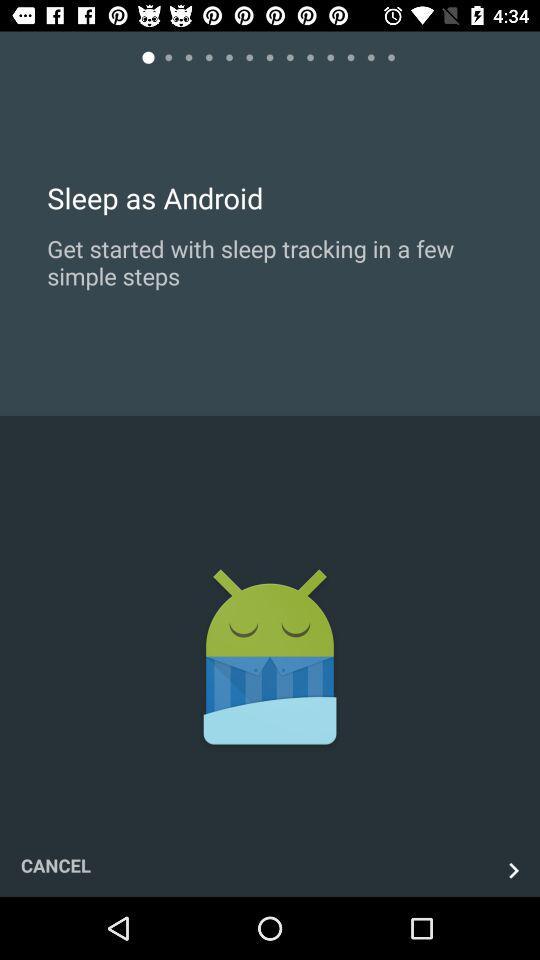 This screenshot has height=960, width=540. I want to click on next, so click(513, 869).